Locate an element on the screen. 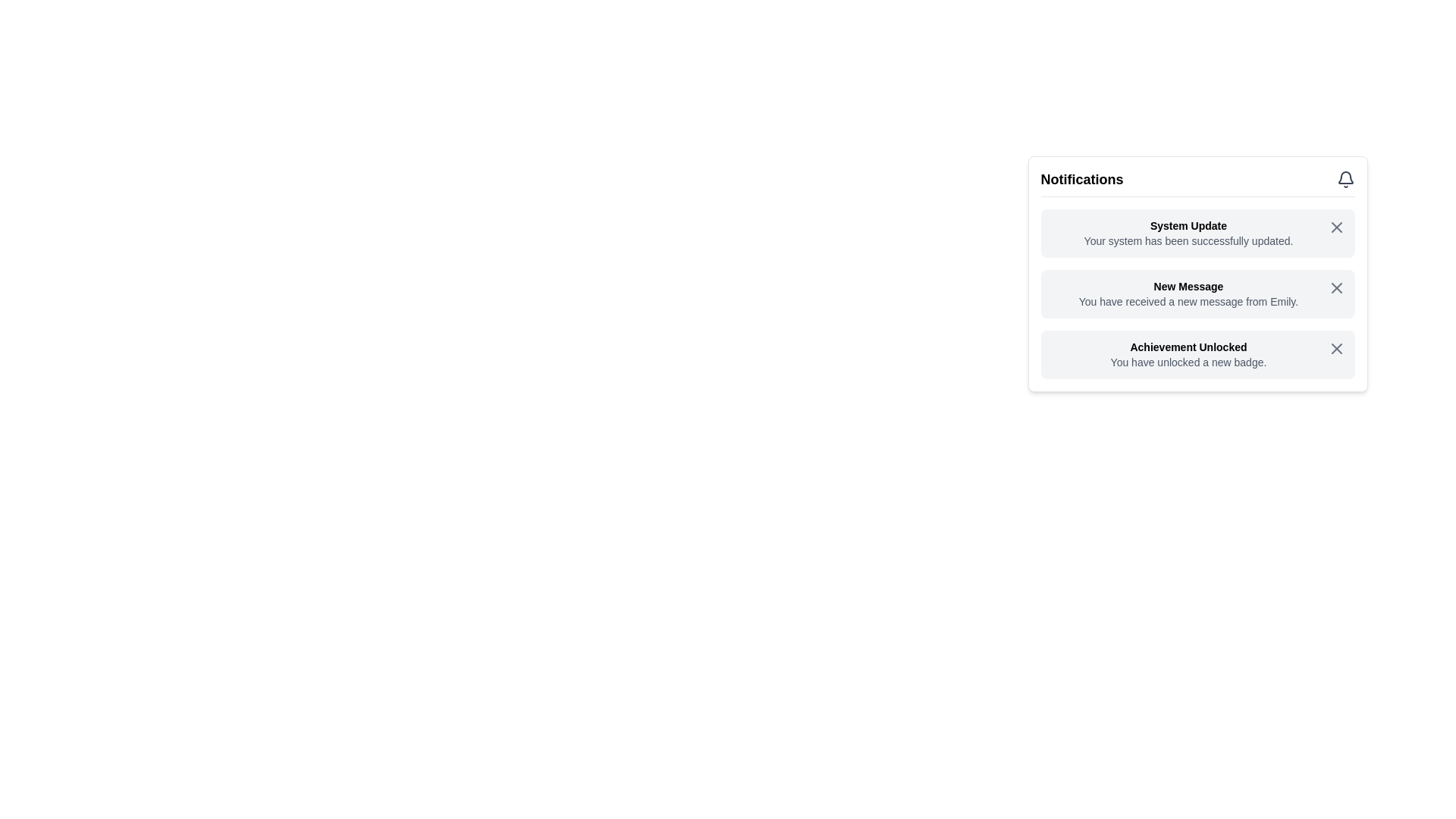  the static text element displaying 'You have unlocked a new badge.' which is styled in grey and placed beneath the heading 'Achievement Unlocked' is located at coordinates (1188, 362).